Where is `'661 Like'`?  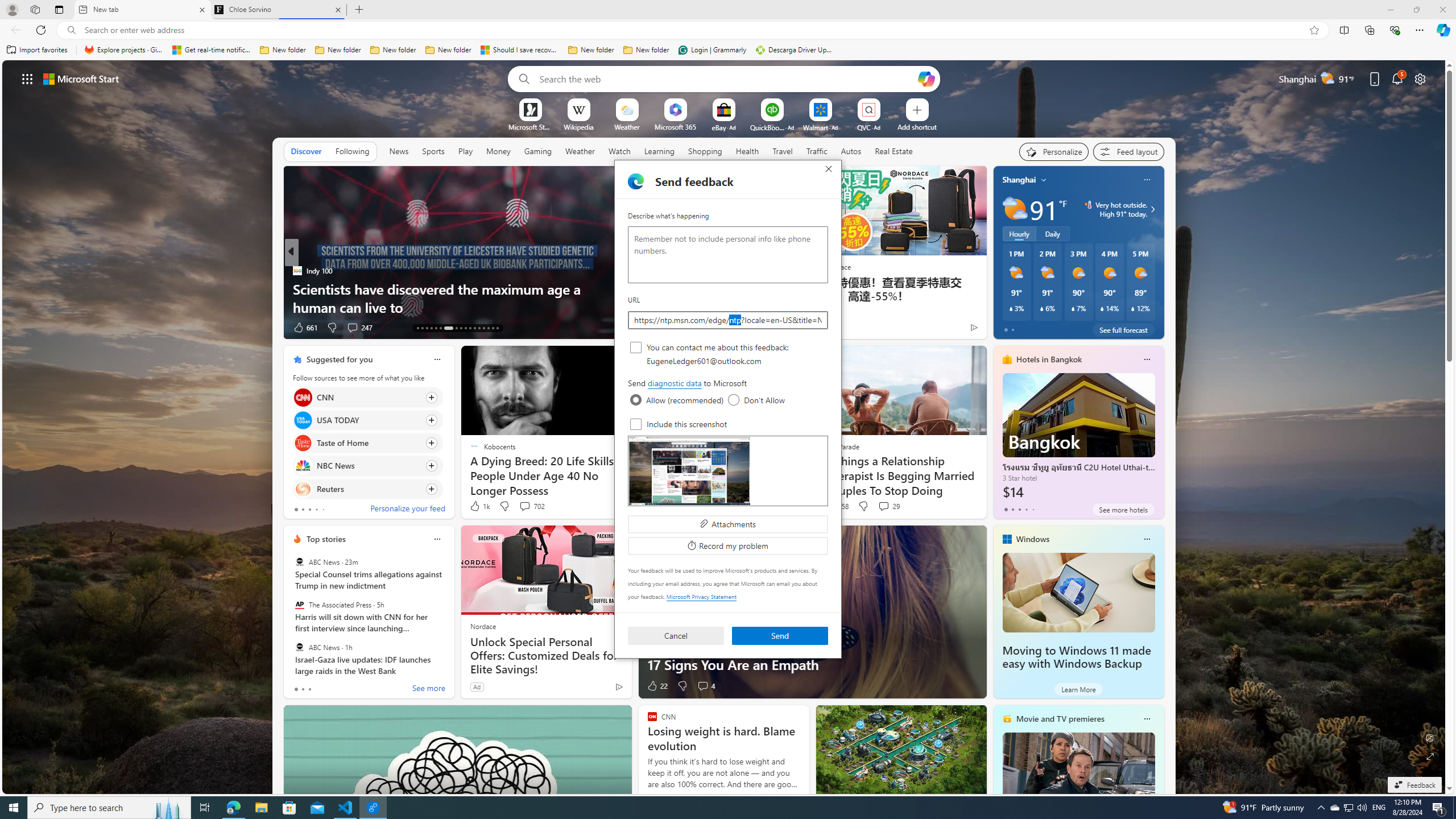 '661 Like' is located at coordinates (304, 327).